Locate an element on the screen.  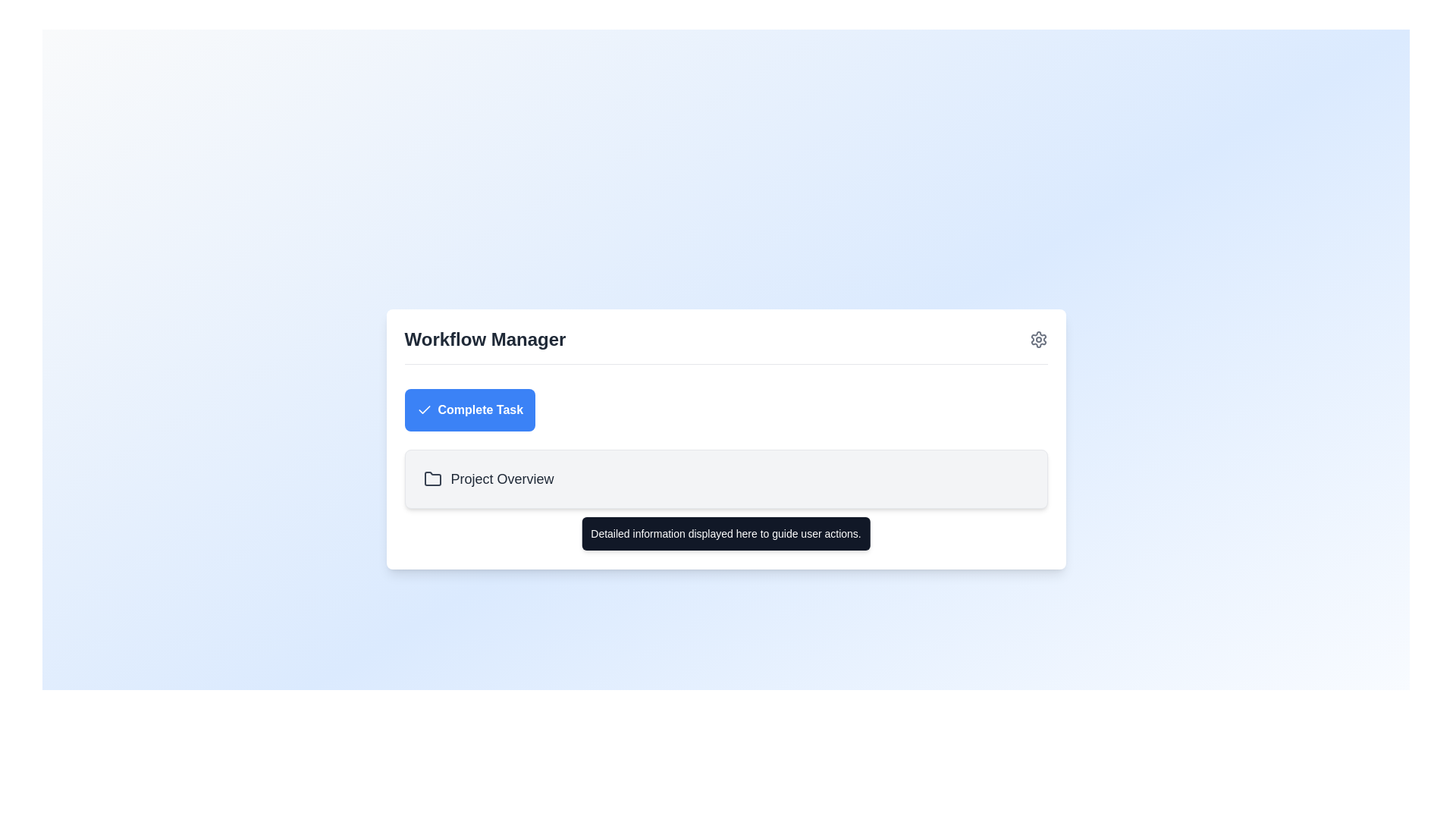
the settings icon, which is a cog-like design located at the top-right corner of the 'Workflow Manager' panel, to initiate a settings or configuration-related action is located at coordinates (1037, 338).